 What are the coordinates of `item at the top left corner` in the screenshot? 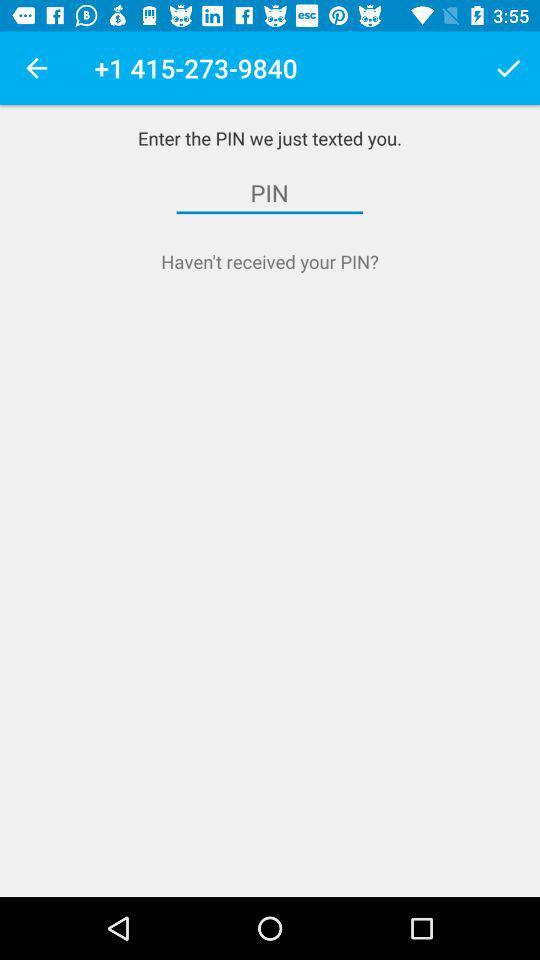 It's located at (36, 68).